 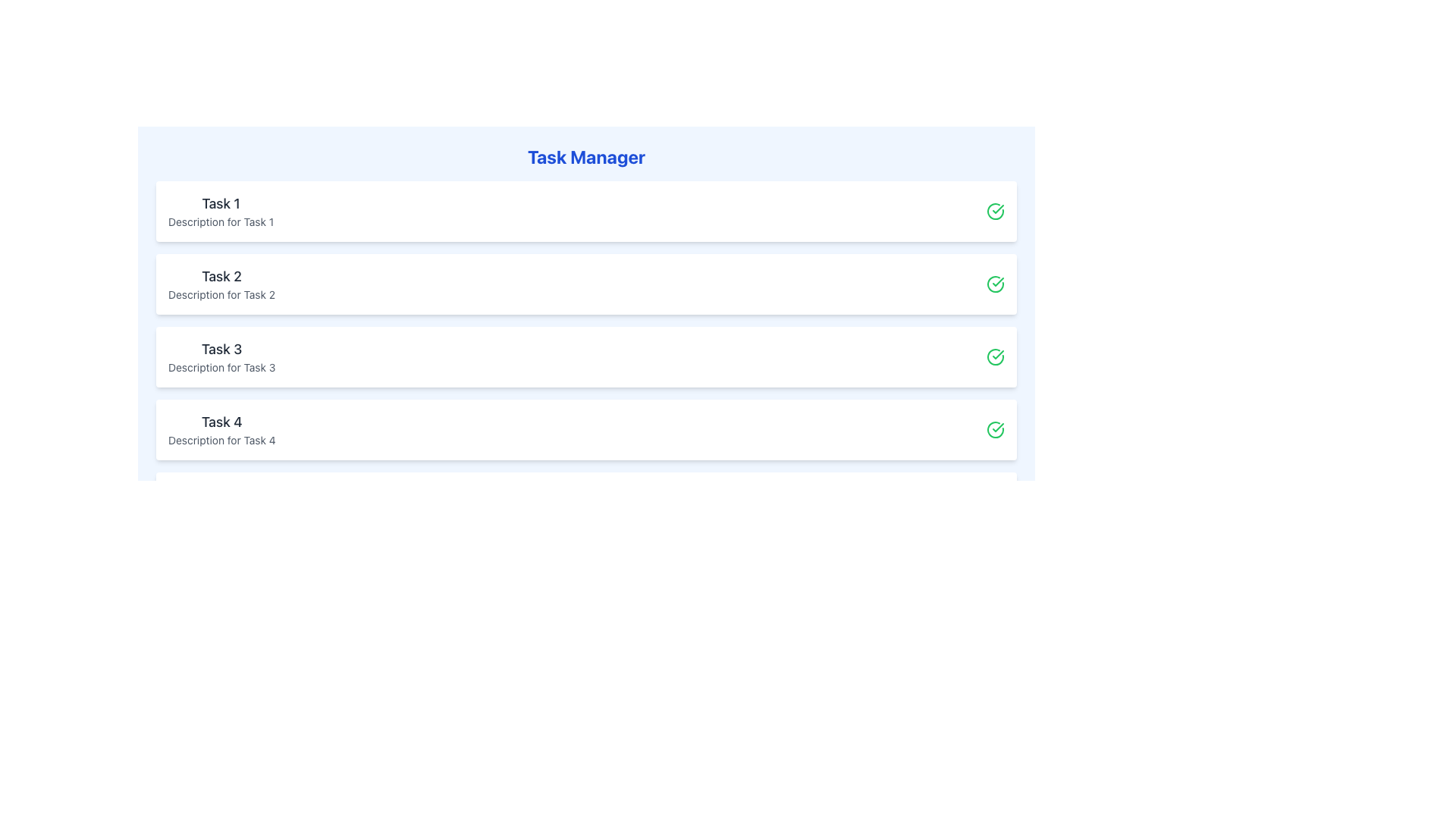 I want to click on the static text element displaying the title 'Task 4' and description 'Description for Task 4' in the fourth card of the task management interface, so click(x=221, y=430).